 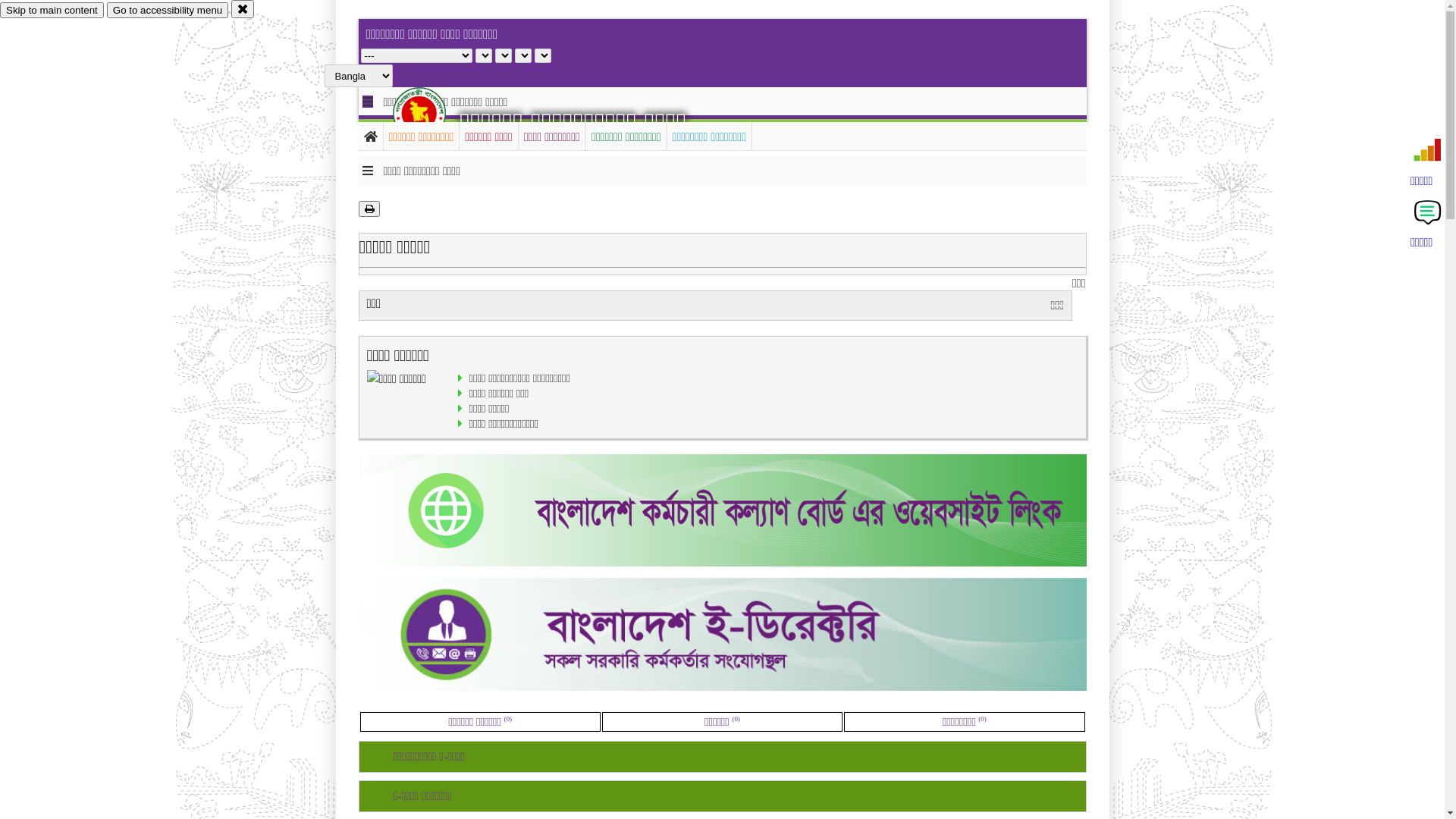 I want to click on ', so click(x=431, y=112).